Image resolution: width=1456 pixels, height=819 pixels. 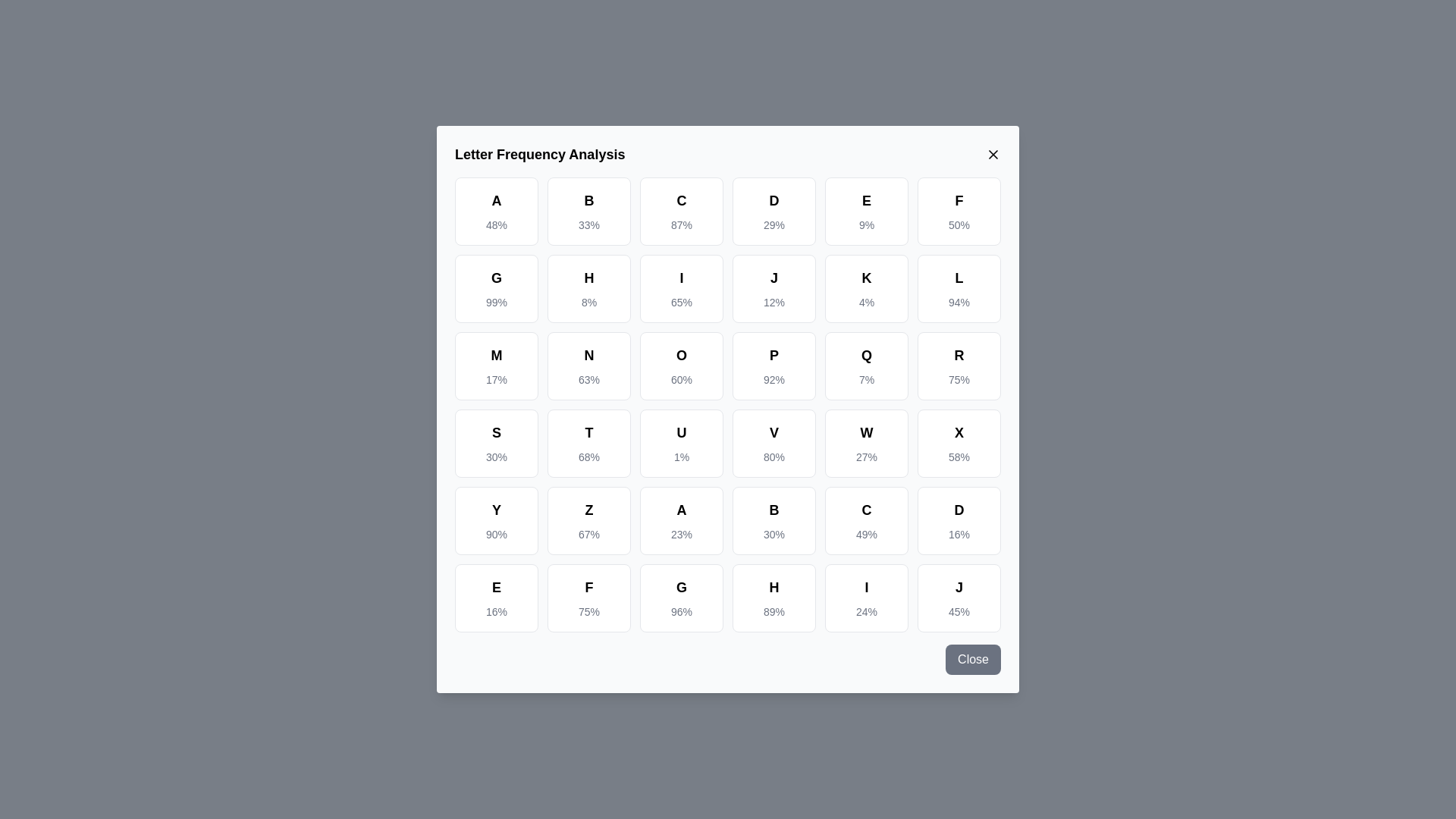 What do you see at coordinates (496, 519) in the screenshot?
I see `the letter cell corresponding to Y` at bounding box center [496, 519].